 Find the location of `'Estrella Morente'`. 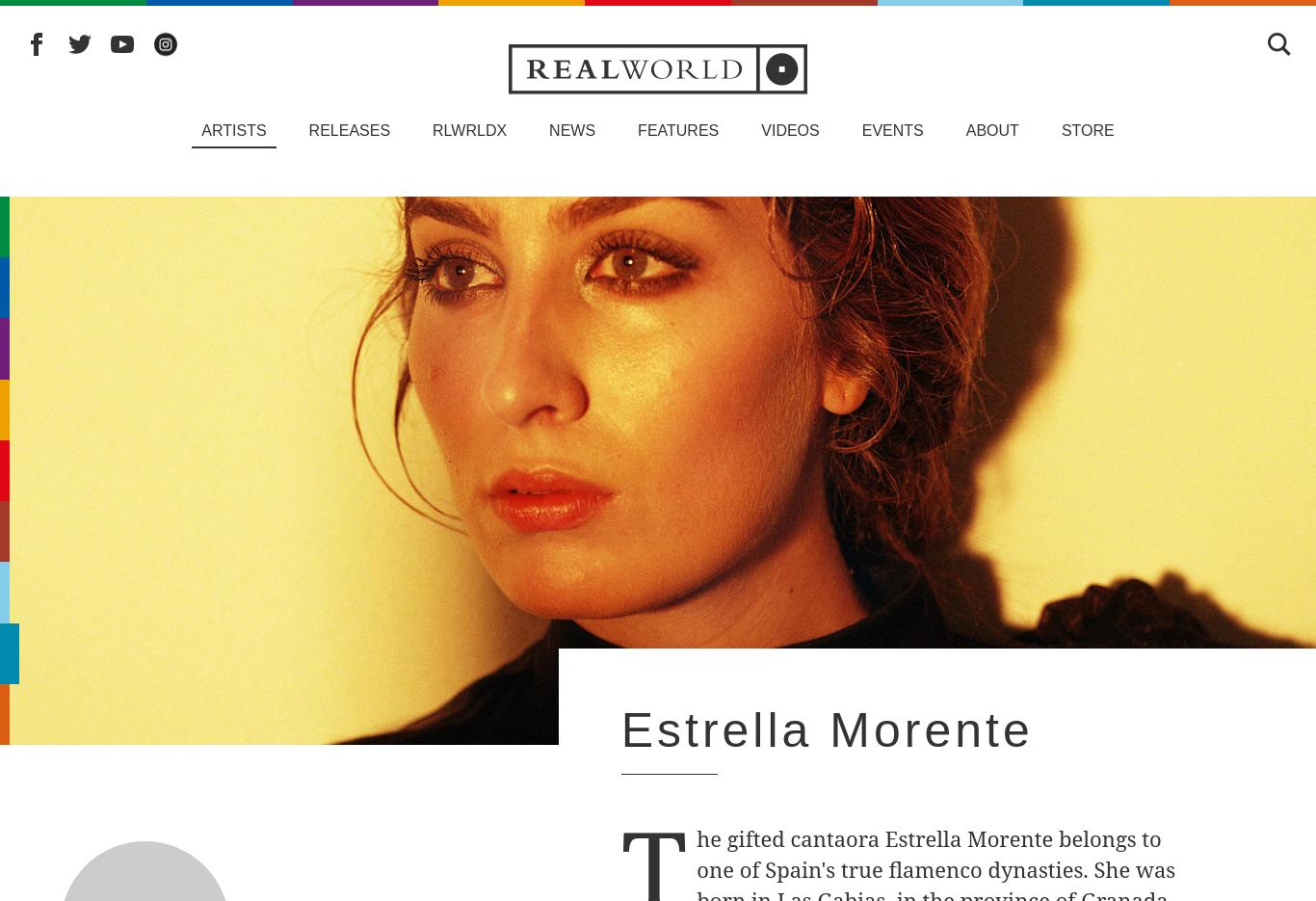

'Estrella Morente' is located at coordinates (825, 730).